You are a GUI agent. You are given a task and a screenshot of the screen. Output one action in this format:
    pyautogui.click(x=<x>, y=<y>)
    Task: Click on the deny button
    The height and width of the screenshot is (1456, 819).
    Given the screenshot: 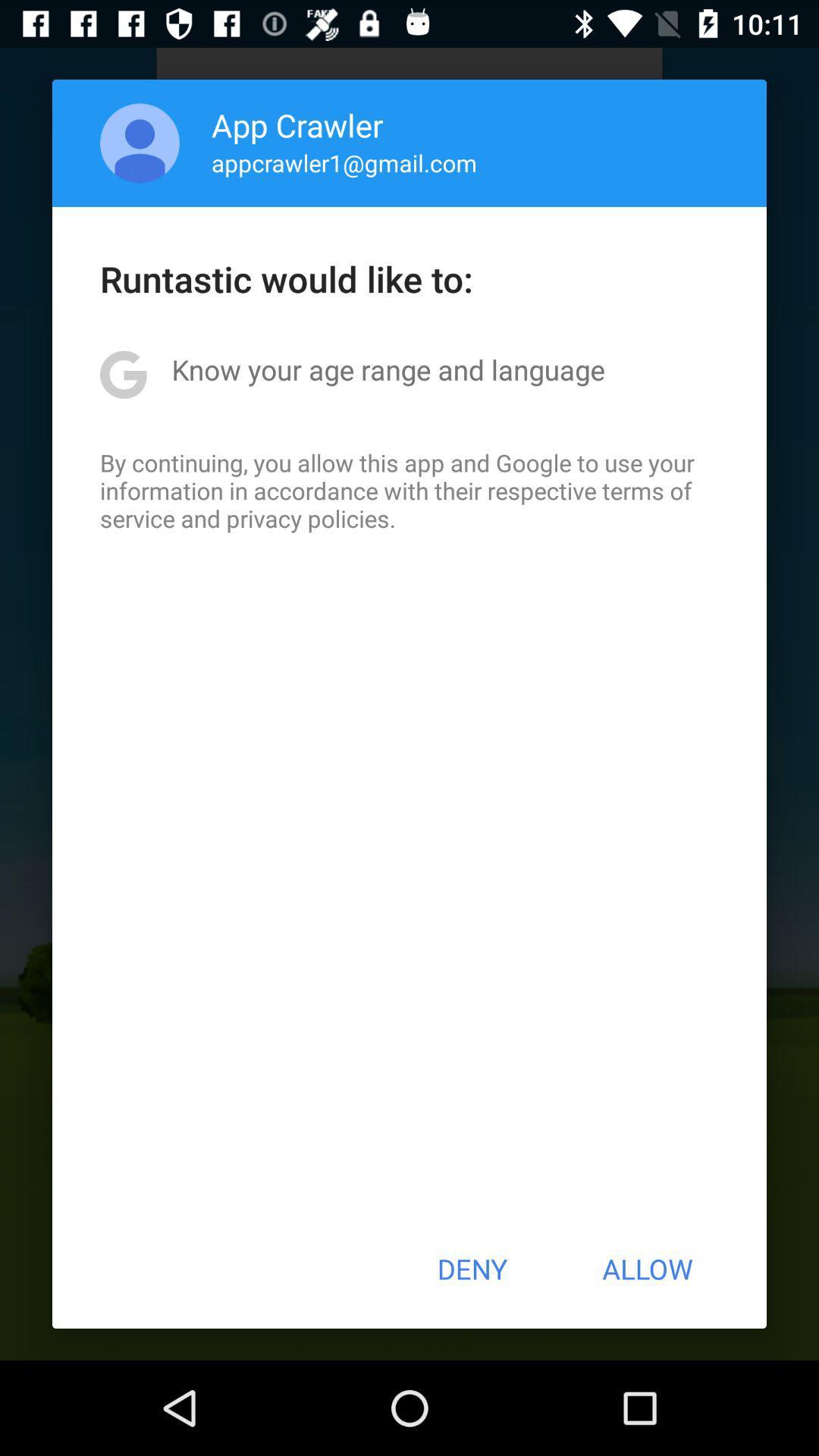 What is the action you would take?
    pyautogui.click(x=471, y=1269)
    